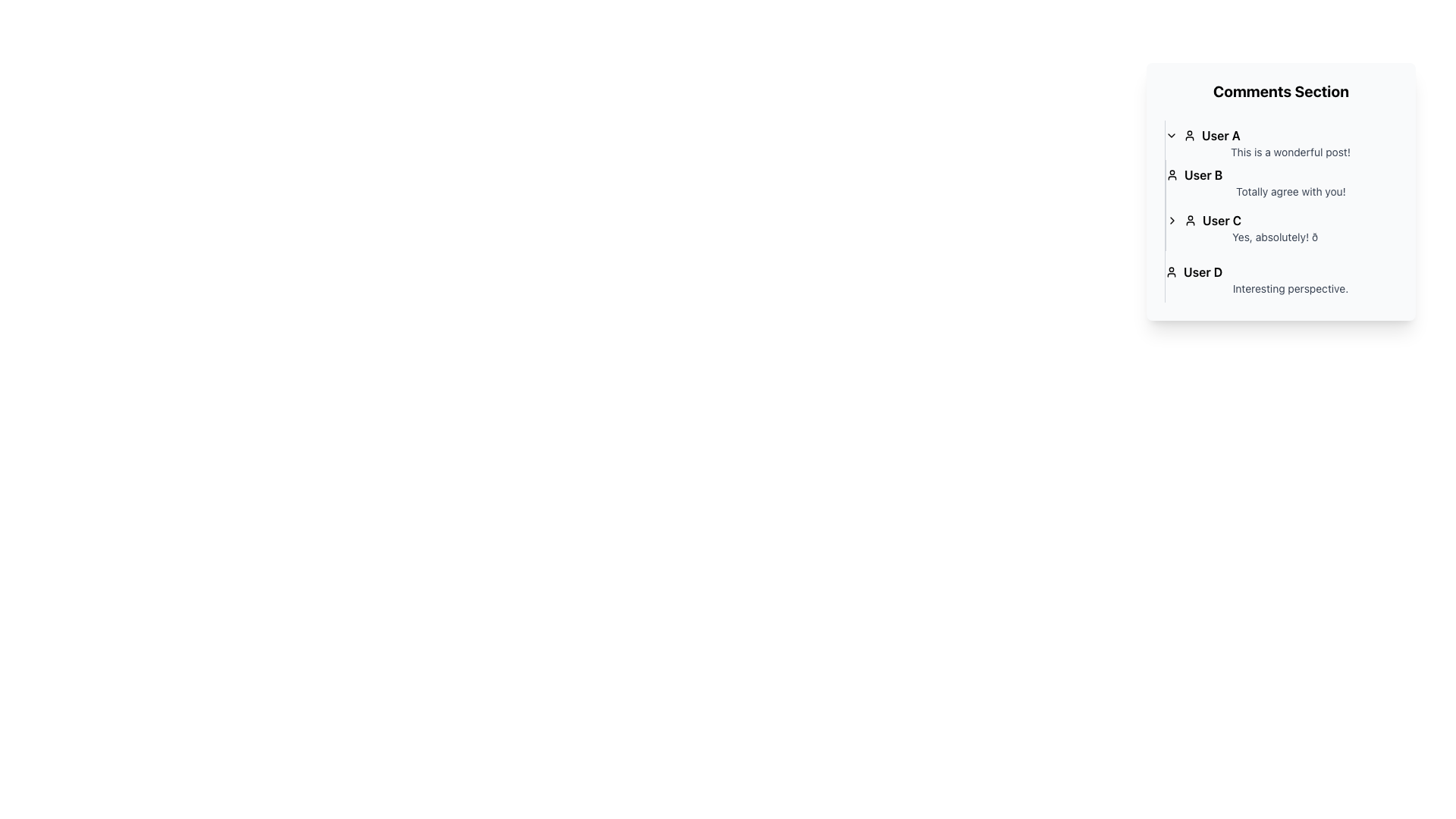  I want to click on the SVG-based user avatar icon representing 'User C' in the third comment entry of the comments section, so click(1189, 220).